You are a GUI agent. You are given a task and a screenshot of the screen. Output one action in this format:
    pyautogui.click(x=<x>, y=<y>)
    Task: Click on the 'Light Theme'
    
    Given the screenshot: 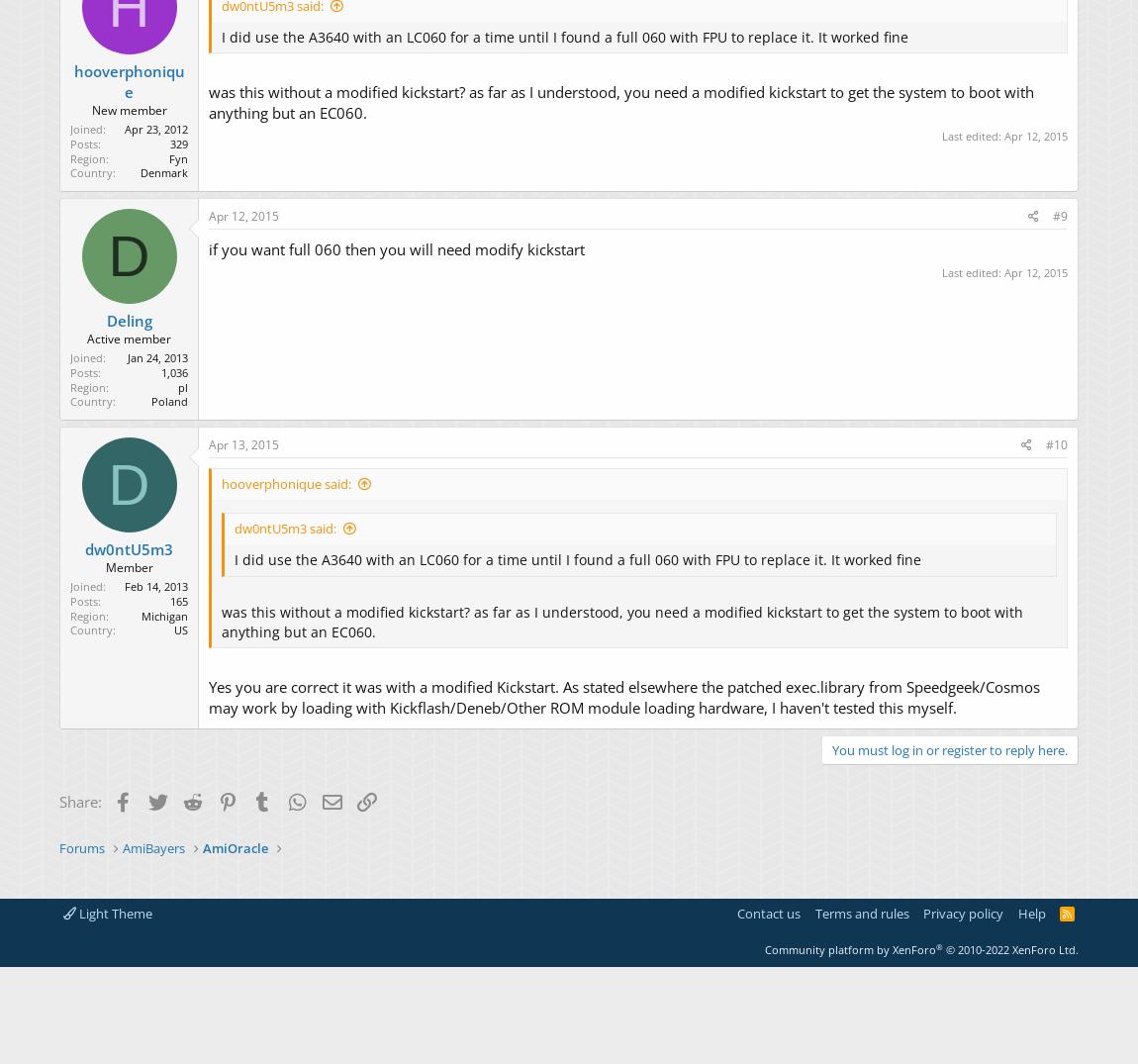 What is the action you would take?
    pyautogui.click(x=113, y=912)
    